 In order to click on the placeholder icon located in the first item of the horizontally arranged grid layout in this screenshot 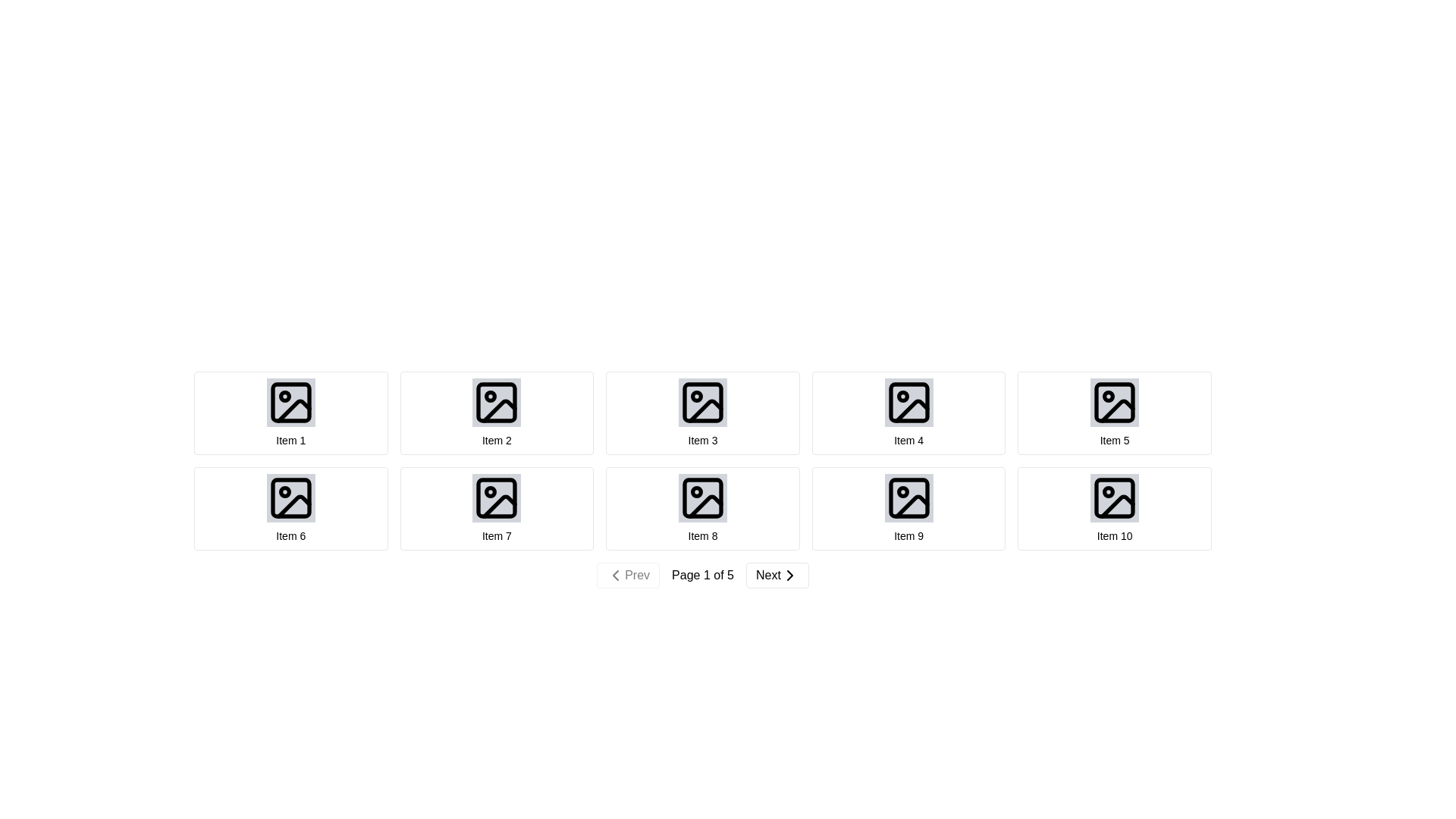, I will do `click(290, 402)`.